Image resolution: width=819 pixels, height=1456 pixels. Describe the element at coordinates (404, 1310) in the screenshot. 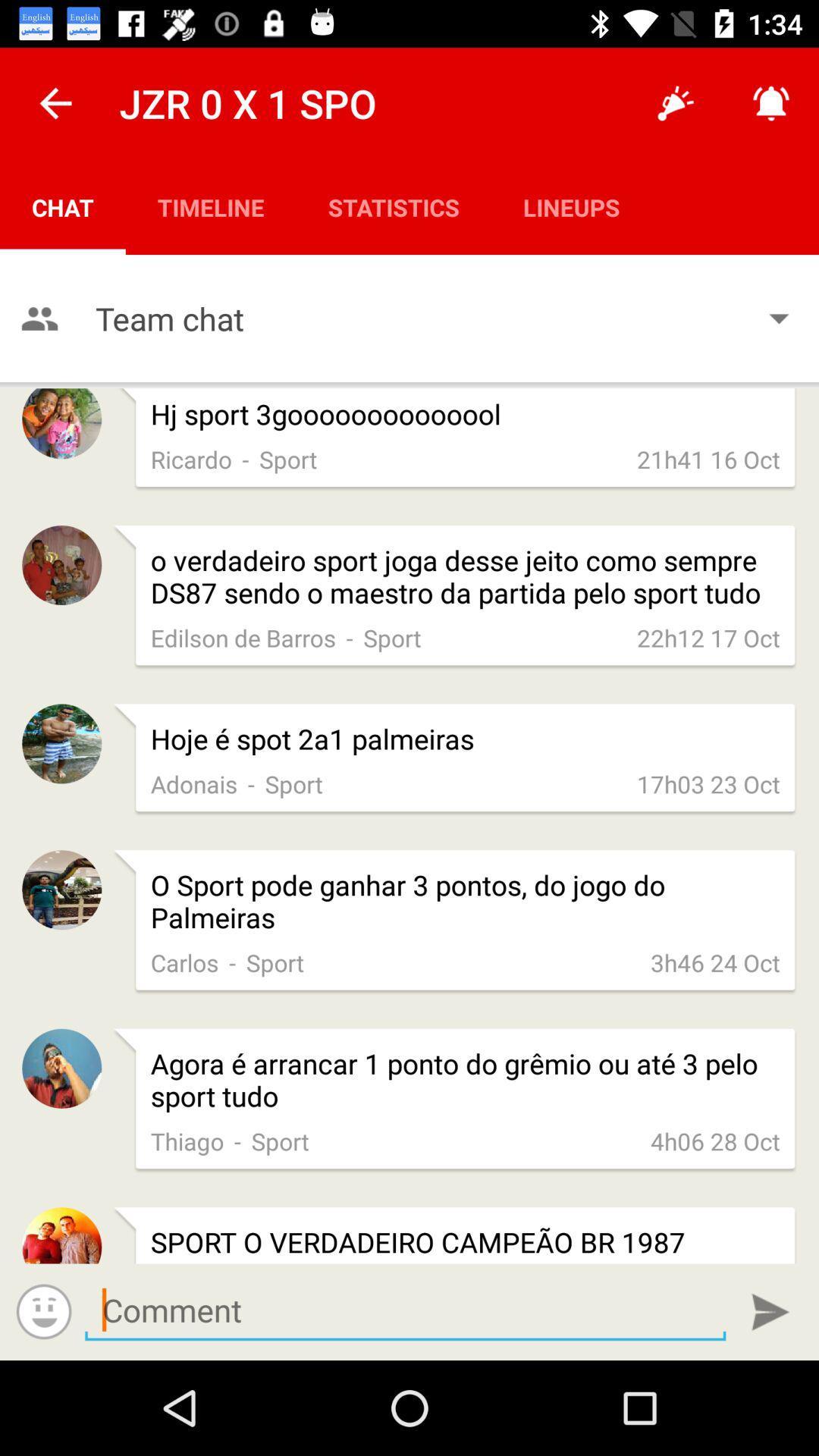

I see `comment icon` at that location.